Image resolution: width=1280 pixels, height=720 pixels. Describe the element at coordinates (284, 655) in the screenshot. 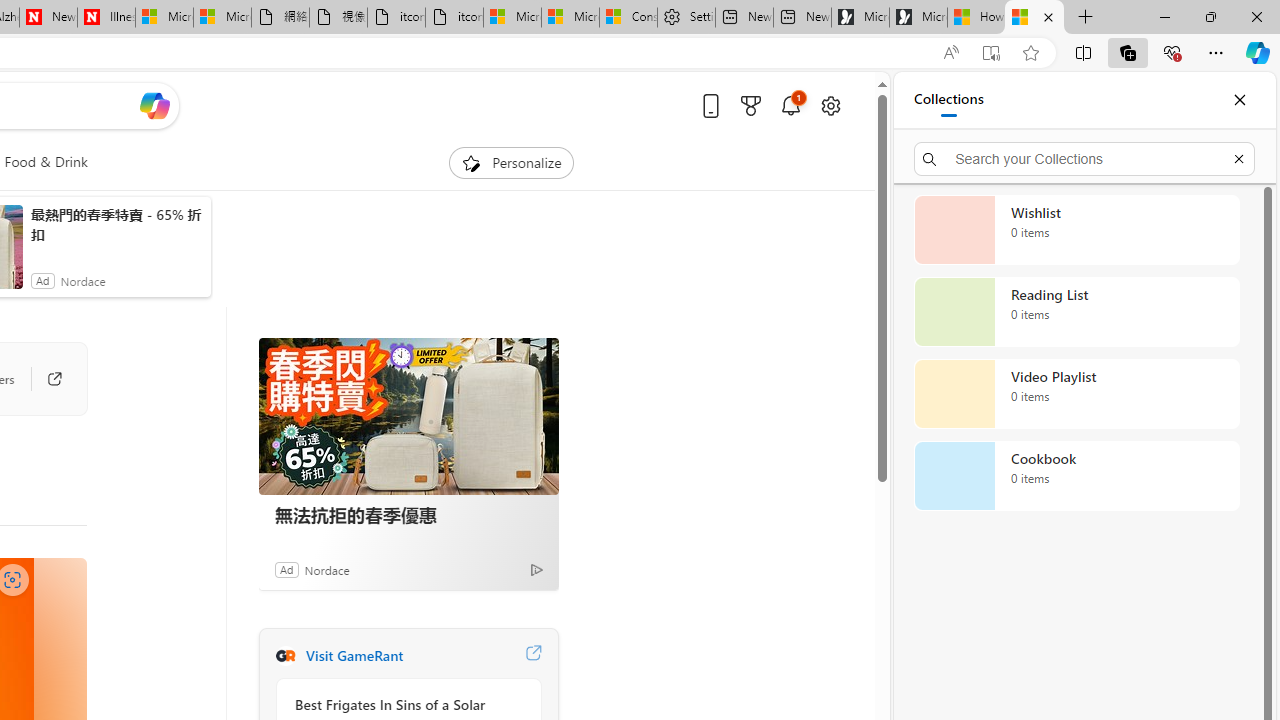

I see `'GameRant'` at that location.